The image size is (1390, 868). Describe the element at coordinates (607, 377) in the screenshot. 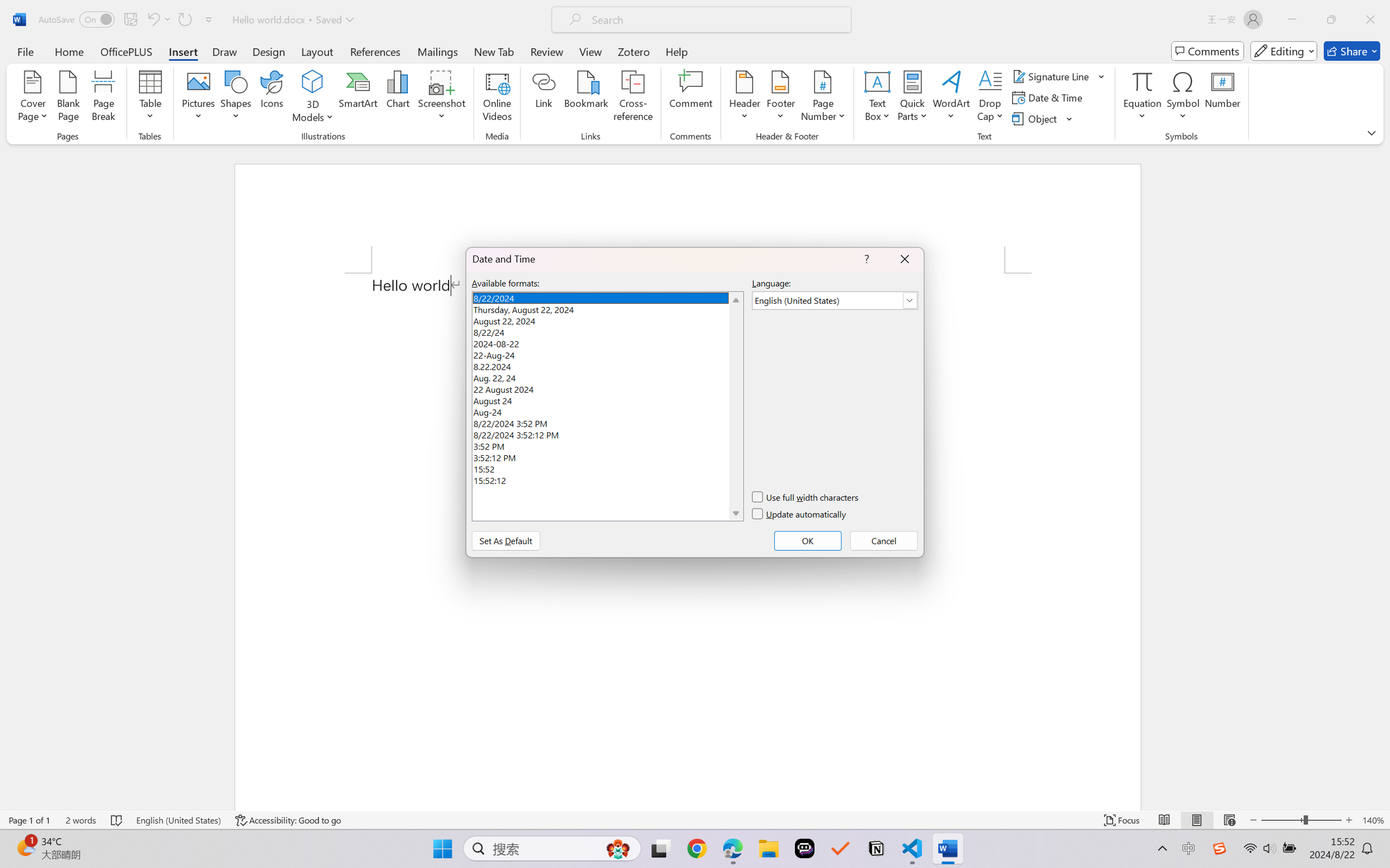

I see `'Aug. 22, 24'` at that location.